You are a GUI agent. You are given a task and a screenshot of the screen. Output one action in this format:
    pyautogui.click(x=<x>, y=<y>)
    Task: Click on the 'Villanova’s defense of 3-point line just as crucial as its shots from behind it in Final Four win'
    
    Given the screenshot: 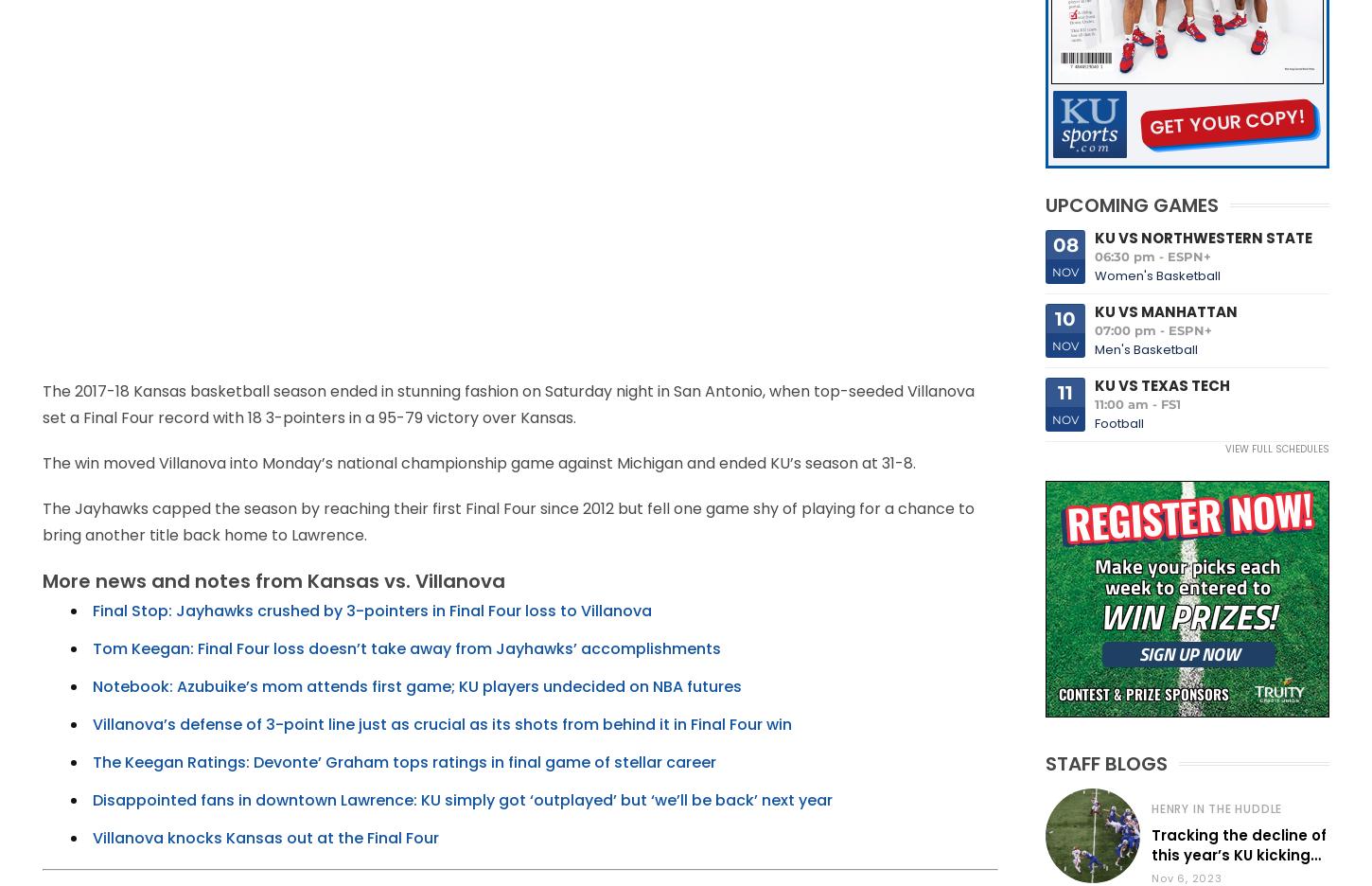 What is the action you would take?
    pyautogui.click(x=441, y=724)
    